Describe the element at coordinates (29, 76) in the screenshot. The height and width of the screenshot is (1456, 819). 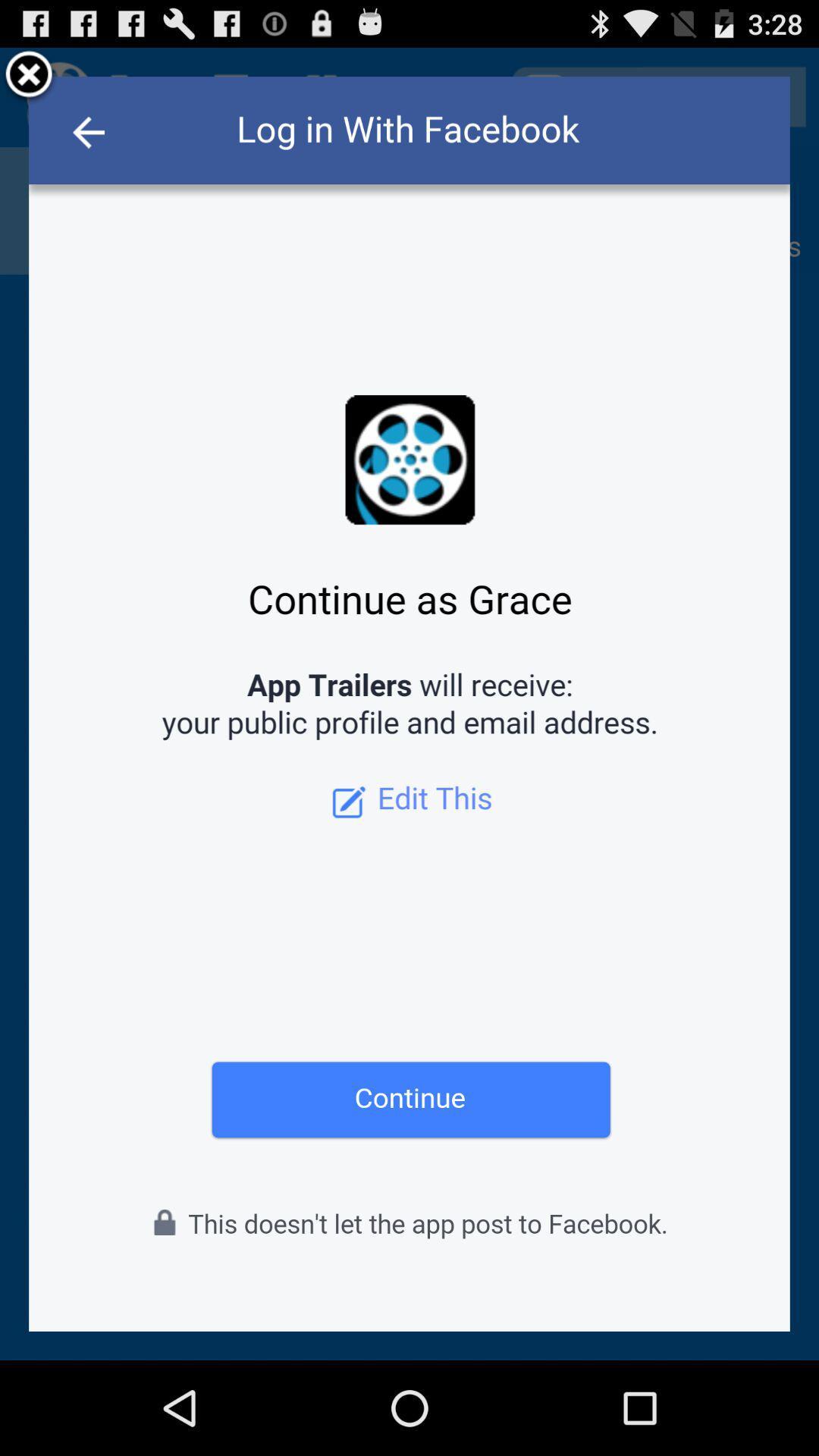
I see `close tab` at that location.